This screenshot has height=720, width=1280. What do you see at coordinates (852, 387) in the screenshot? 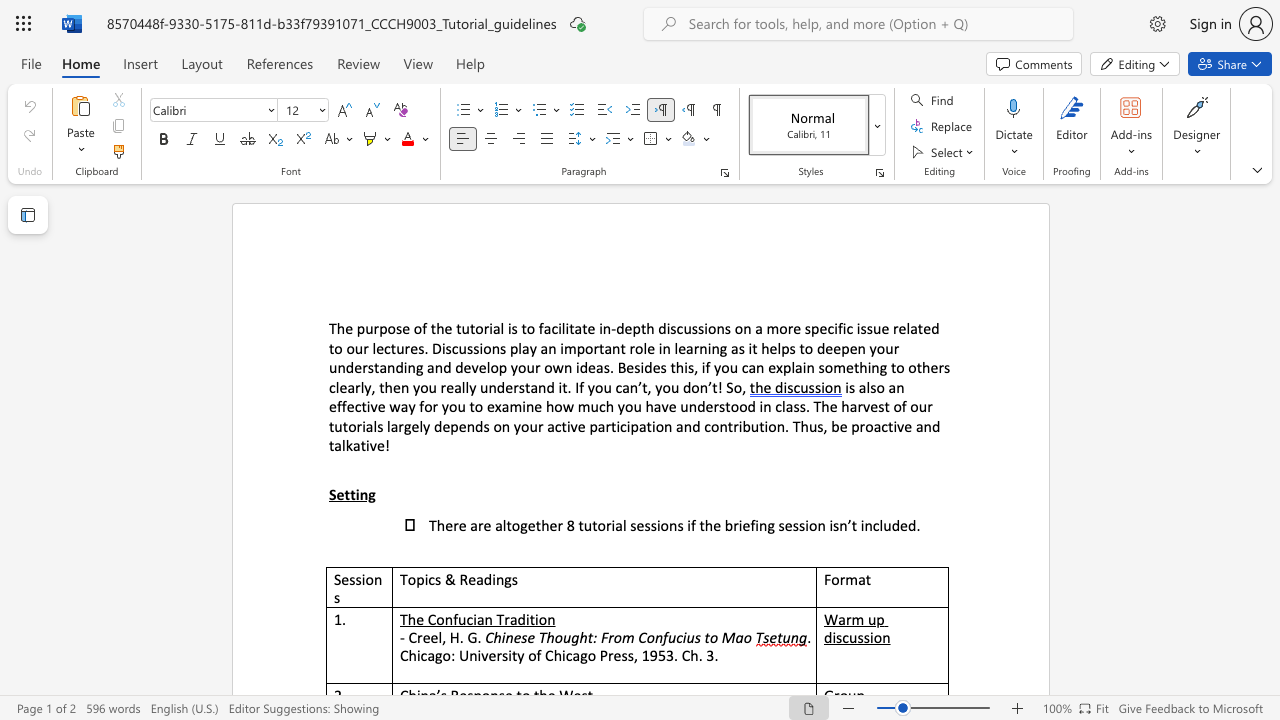
I see `the 1th character "s" in the text` at bounding box center [852, 387].